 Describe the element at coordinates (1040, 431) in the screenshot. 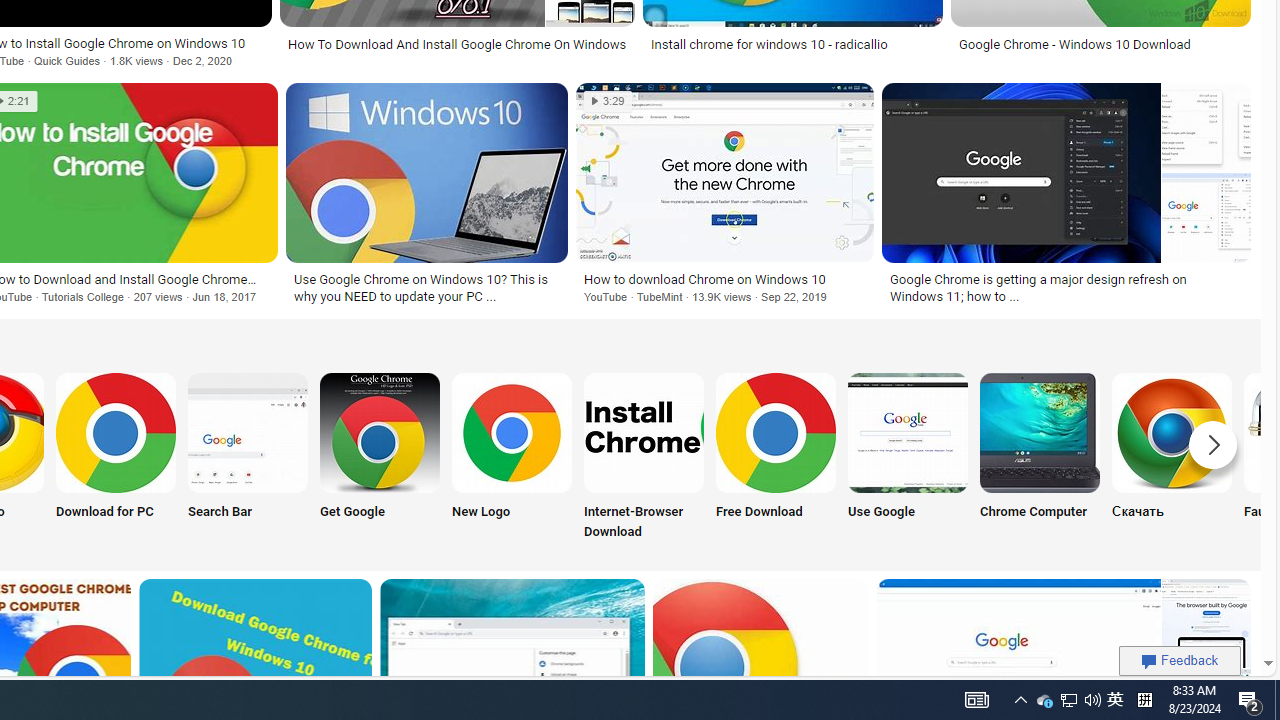

I see `'Chrome Computer'` at that location.